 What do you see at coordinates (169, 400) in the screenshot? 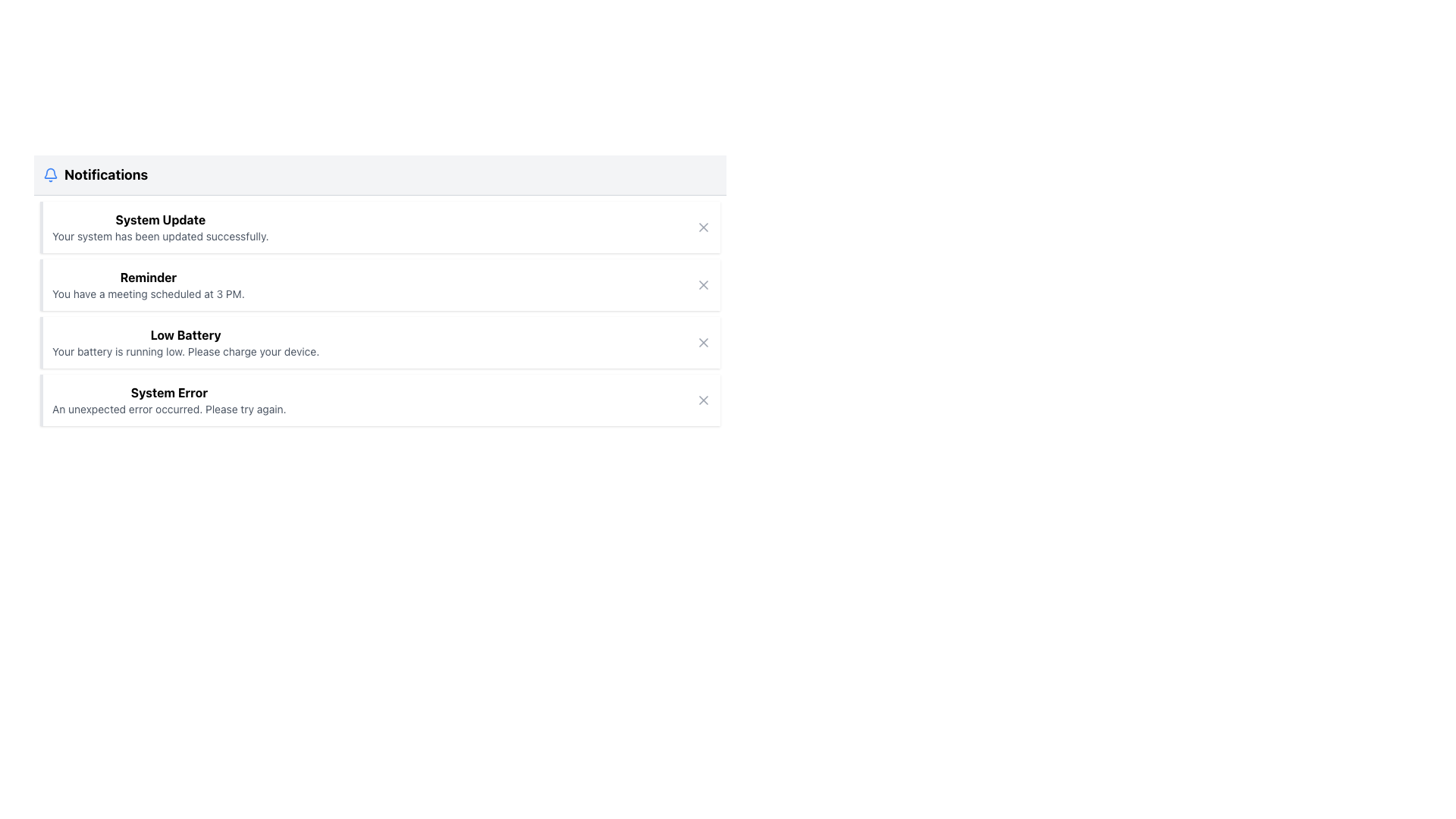
I see `error message from the Notification Box that displays 'System Error' and 'An unexpected error occurred. Please try again.'` at bounding box center [169, 400].